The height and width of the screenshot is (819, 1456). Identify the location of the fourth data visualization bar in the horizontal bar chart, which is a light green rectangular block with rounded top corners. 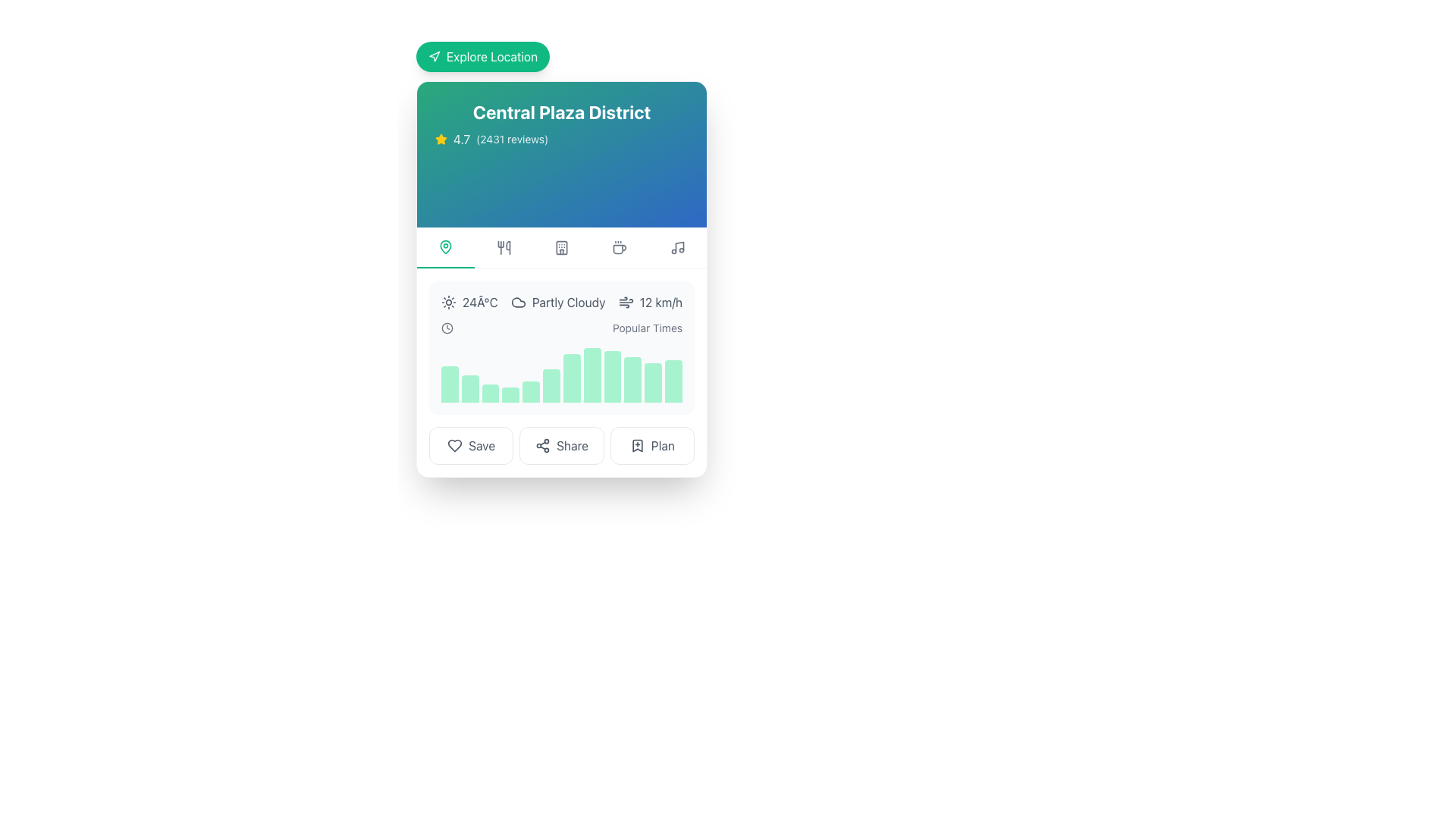
(510, 394).